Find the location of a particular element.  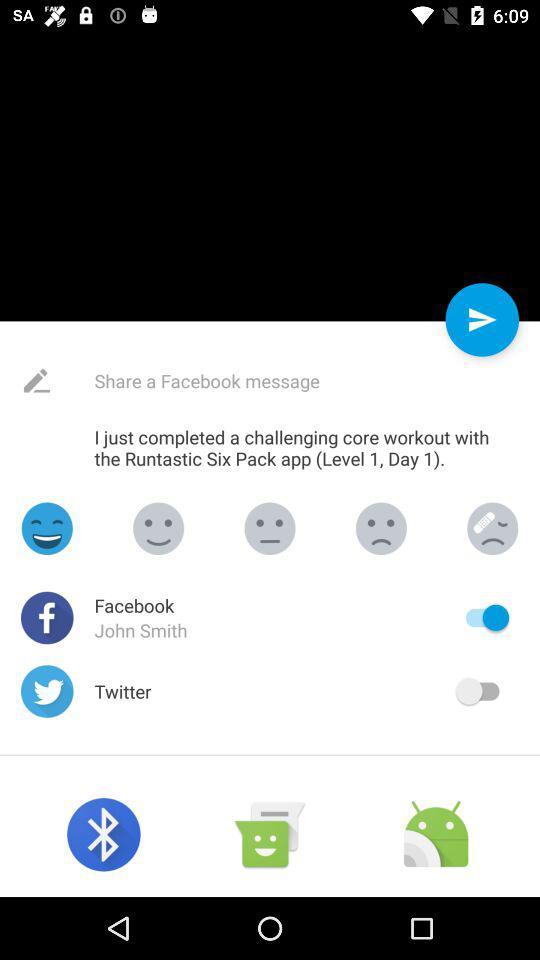

the emoji icon is located at coordinates (157, 527).